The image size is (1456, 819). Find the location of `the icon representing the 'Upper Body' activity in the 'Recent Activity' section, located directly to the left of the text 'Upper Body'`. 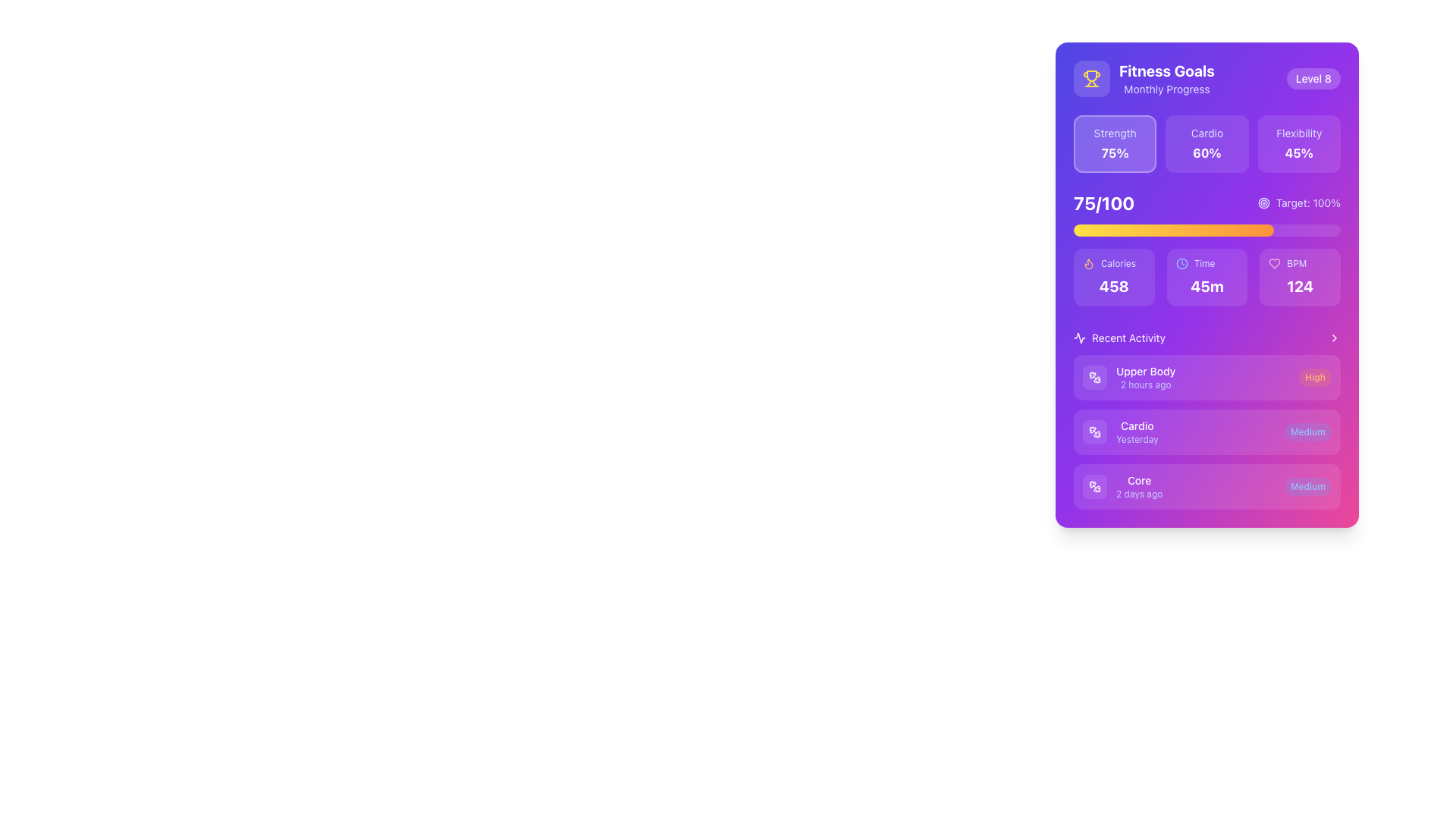

the icon representing the 'Upper Body' activity in the 'Recent Activity' section, located directly to the left of the text 'Upper Body' is located at coordinates (1095, 376).